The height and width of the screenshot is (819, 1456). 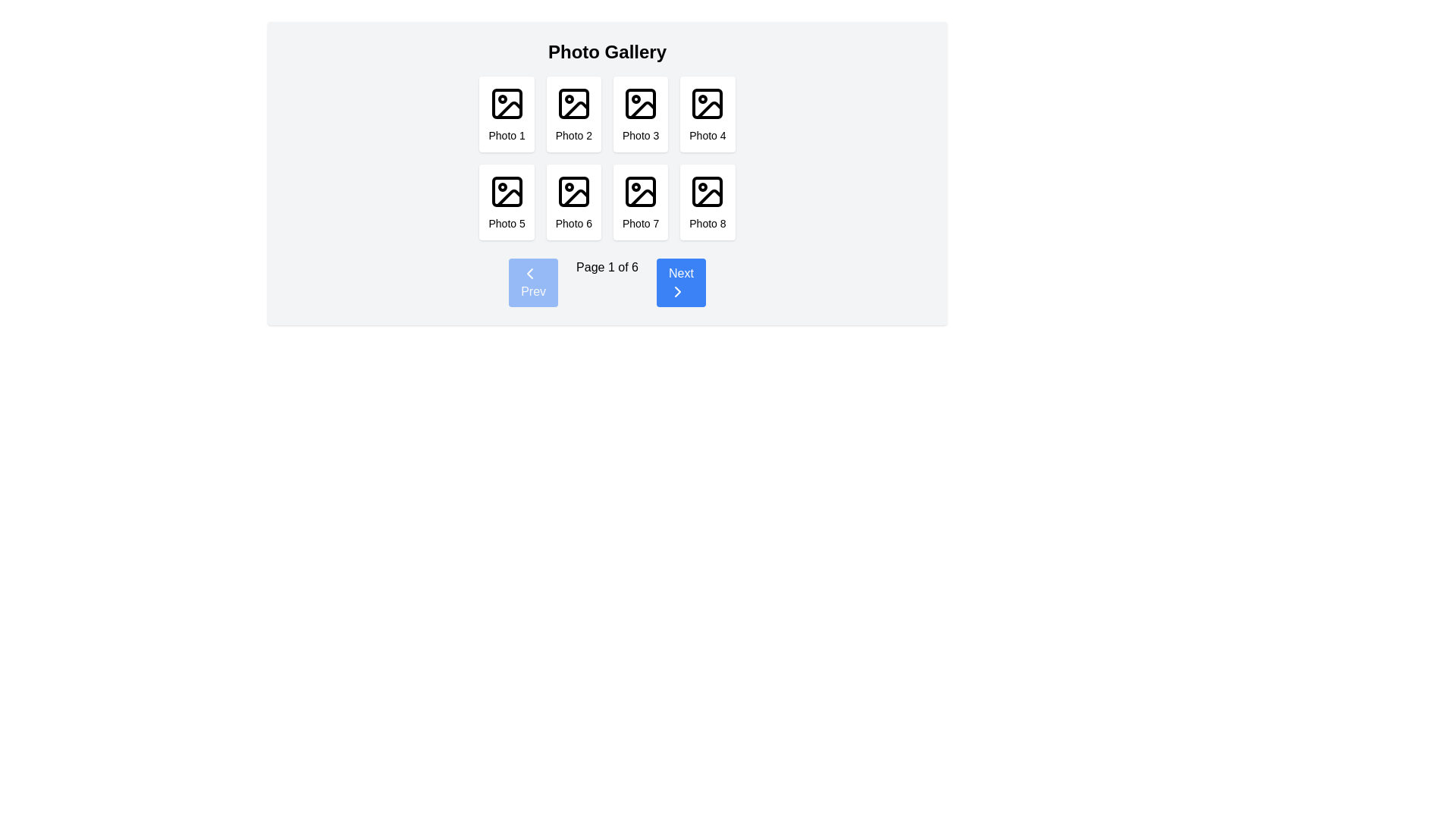 I want to click on the right chevron icon inside the 'Next' button located at the bottom right of the pagination bar beneath the photo gallery, so click(x=676, y=292).